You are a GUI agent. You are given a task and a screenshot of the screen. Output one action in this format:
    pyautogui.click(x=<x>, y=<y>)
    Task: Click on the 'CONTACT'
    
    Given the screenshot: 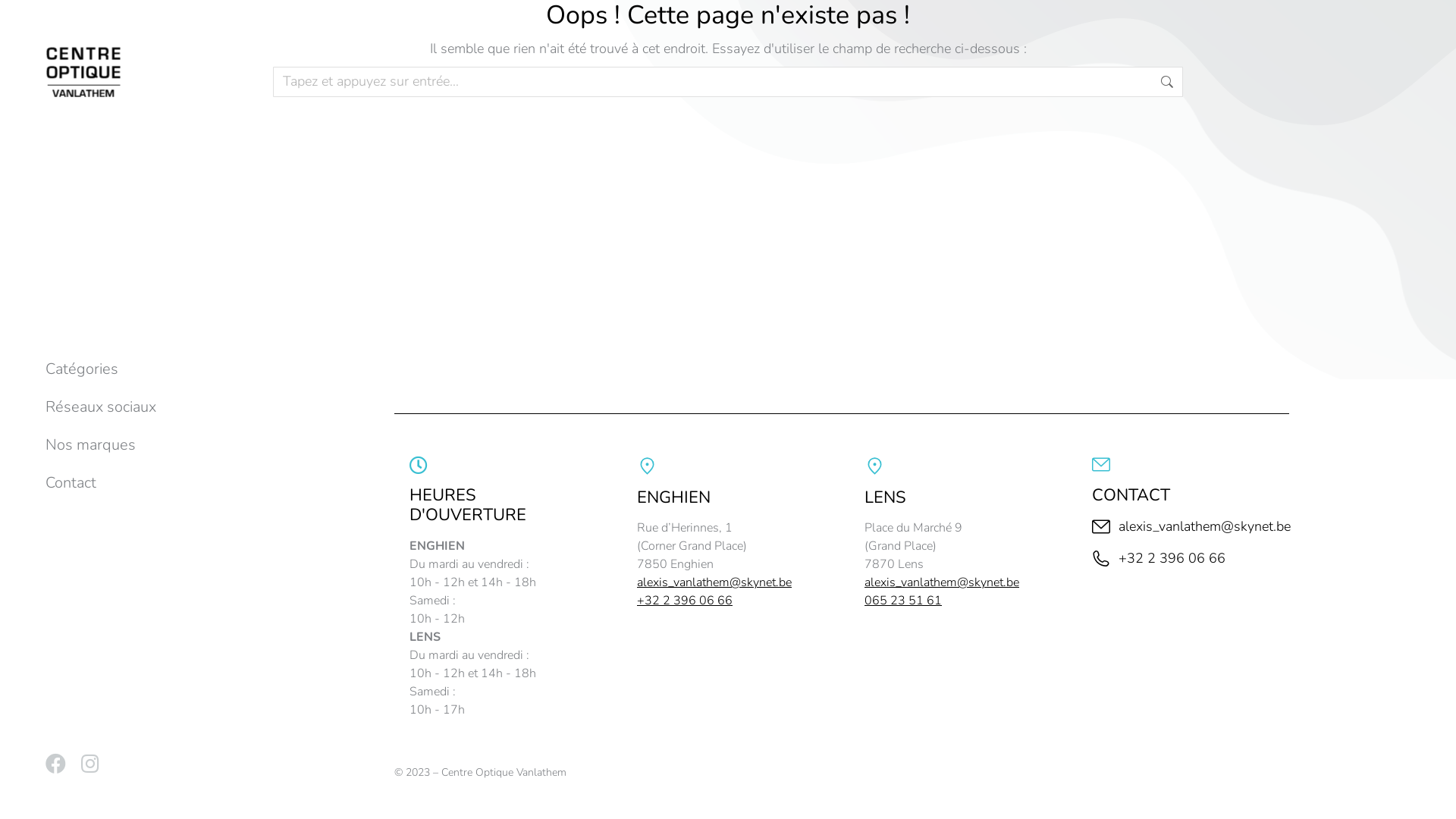 What is the action you would take?
    pyautogui.click(x=1131, y=494)
    